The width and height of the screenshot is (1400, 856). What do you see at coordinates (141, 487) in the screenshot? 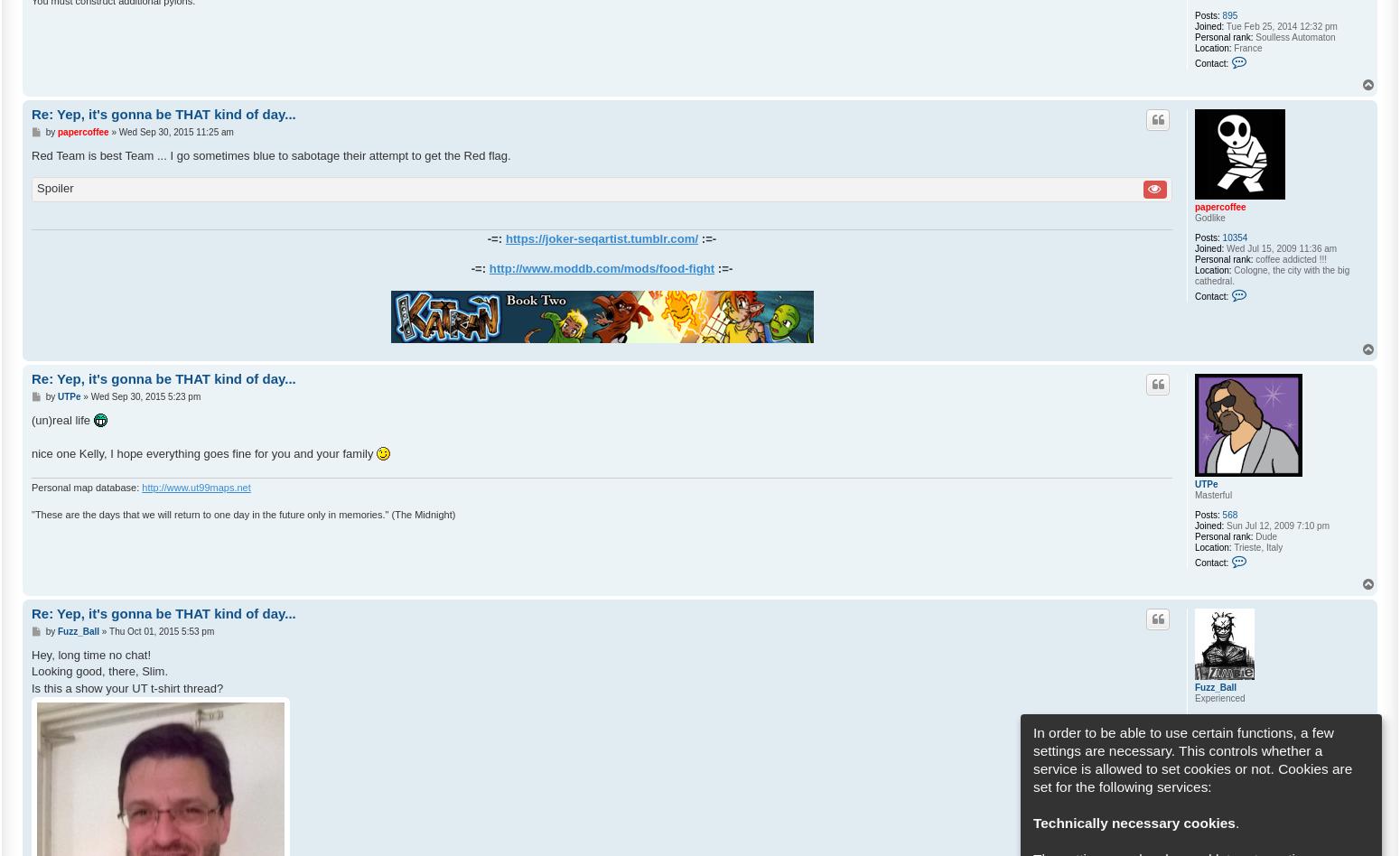
I see `'http://www.ut99maps.net'` at bounding box center [141, 487].